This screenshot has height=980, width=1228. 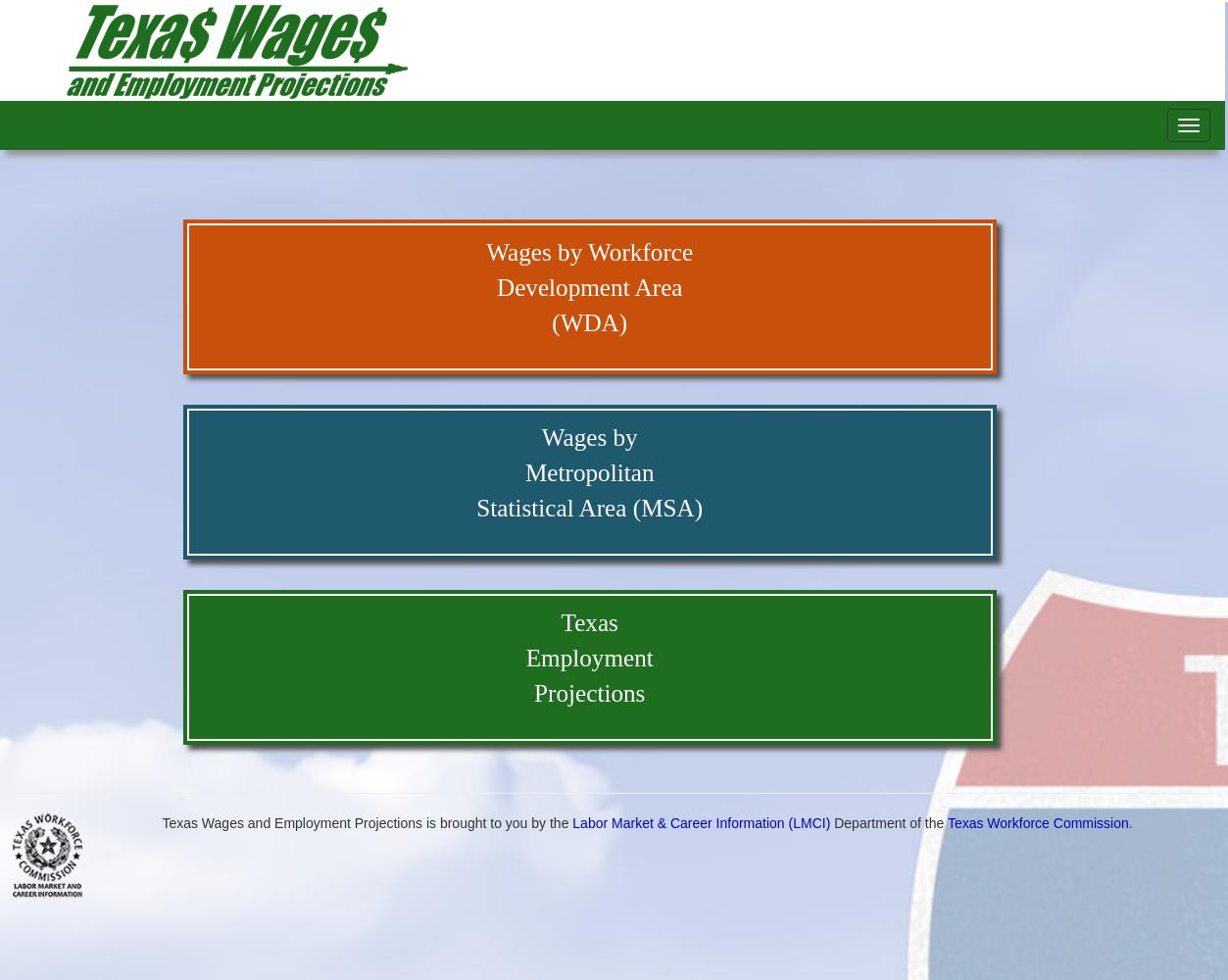 I want to click on 'Metropolitan', so click(x=588, y=471).